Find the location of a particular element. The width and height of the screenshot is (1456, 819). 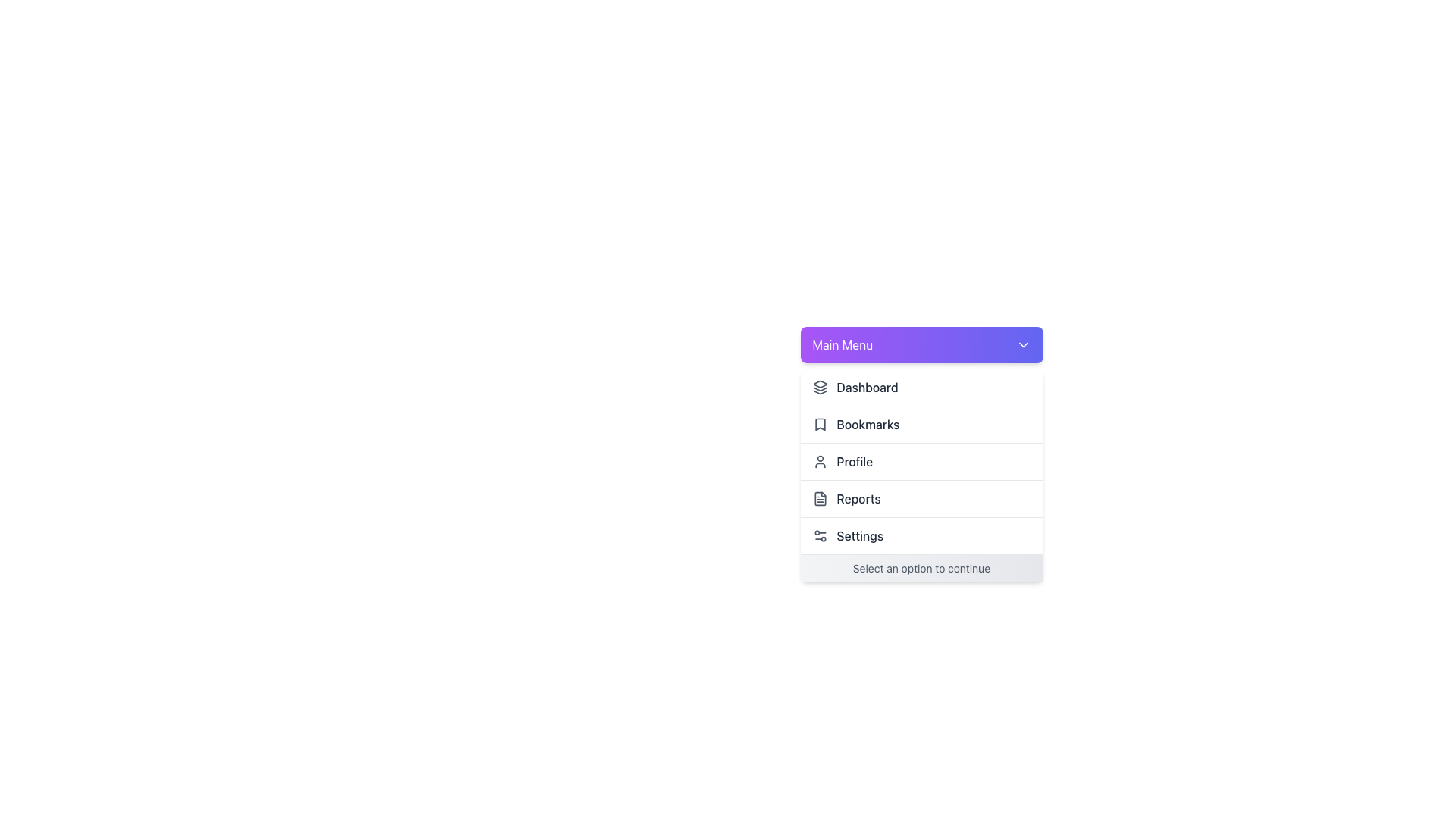

the bookmarks submenu item in the navigation menu, which is positioned under the 'Dashboard' item and above the 'Profile' item is located at coordinates (868, 424).